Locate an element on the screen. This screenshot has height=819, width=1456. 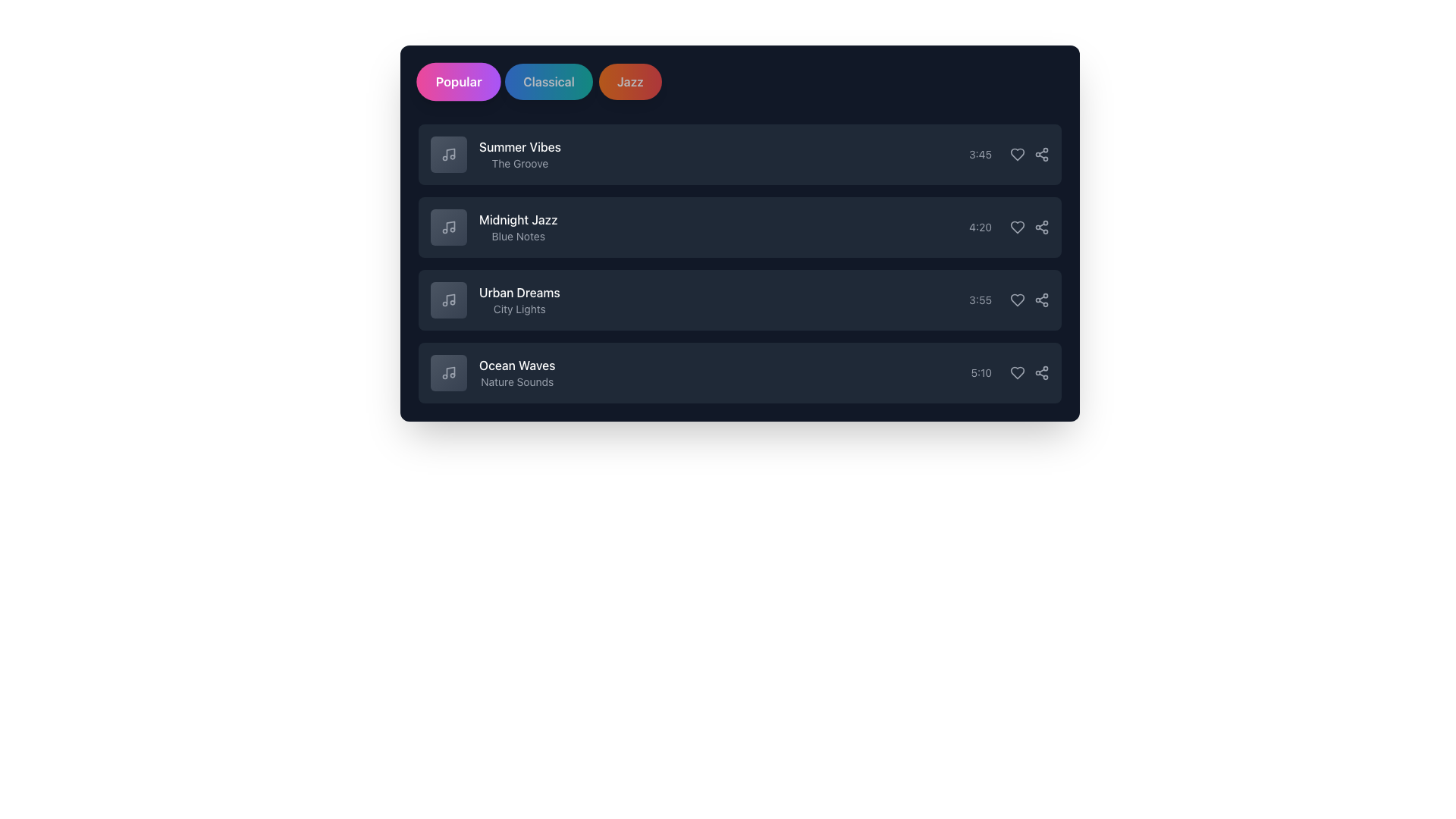
the Icon button with a music note icon, located at the top-left corner of the list item labeled 'Summer Vibes' and 'The Groove' is located at coordinates (447, 155).